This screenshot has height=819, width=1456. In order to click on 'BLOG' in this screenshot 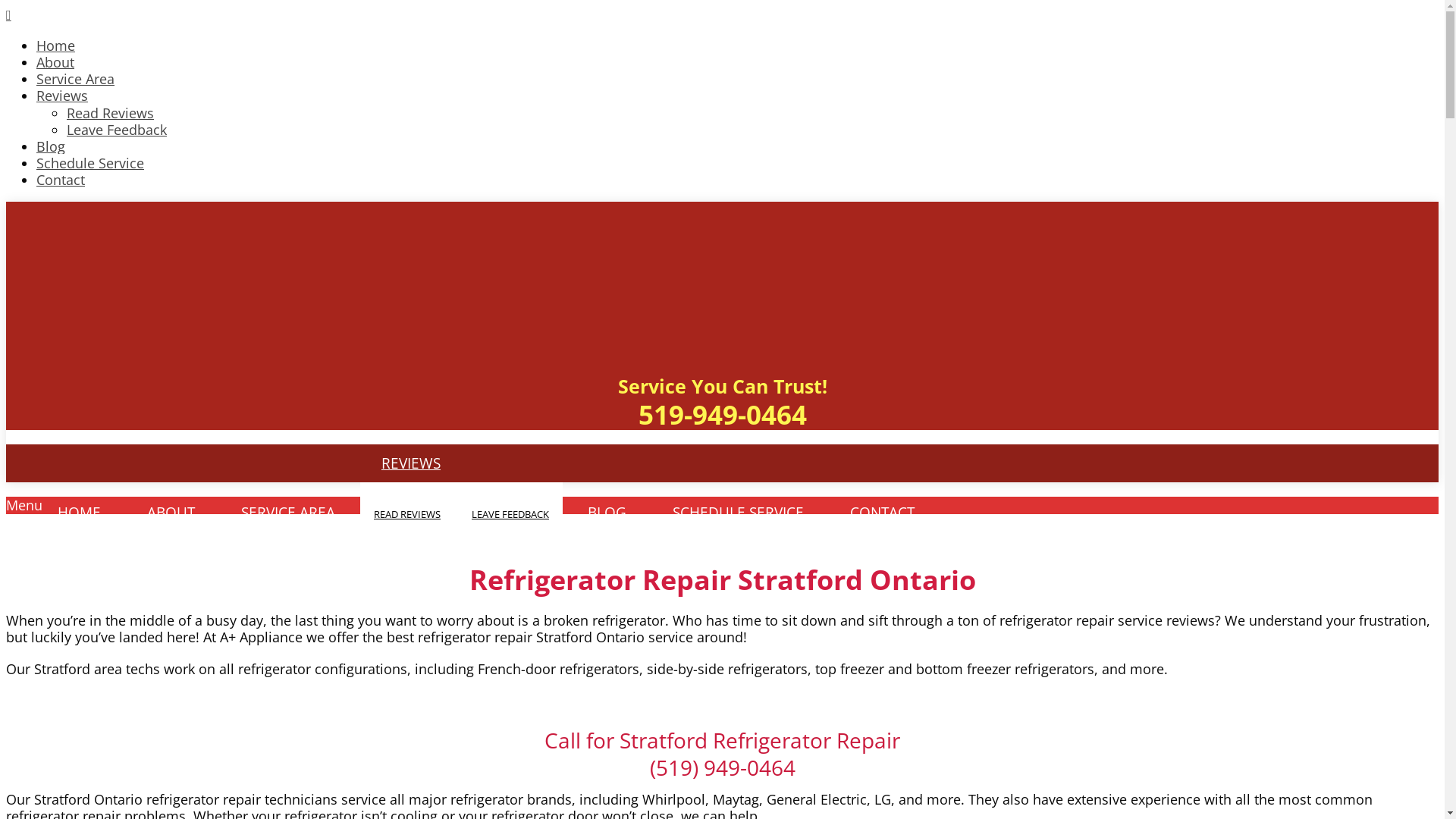, I will do `click(607, 512)`.